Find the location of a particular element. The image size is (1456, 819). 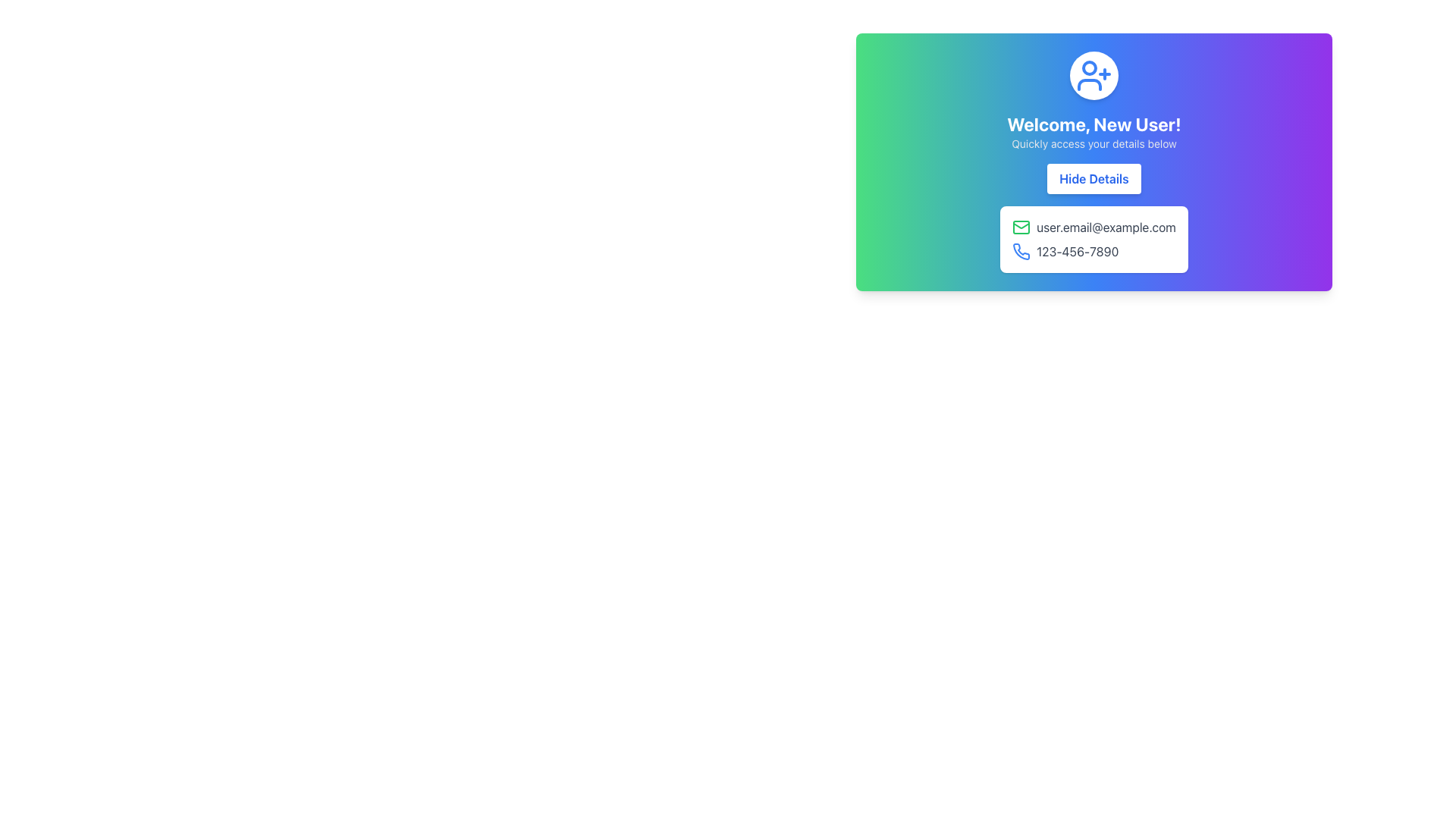

the icon representing the function for adding or inviting a user, which is located at the top center of a card-like UI element with a gradient background, enclosed within a circular white background with blue accents, above the header text 'Welcome, New User!' is located at coordinates (1094, 76).